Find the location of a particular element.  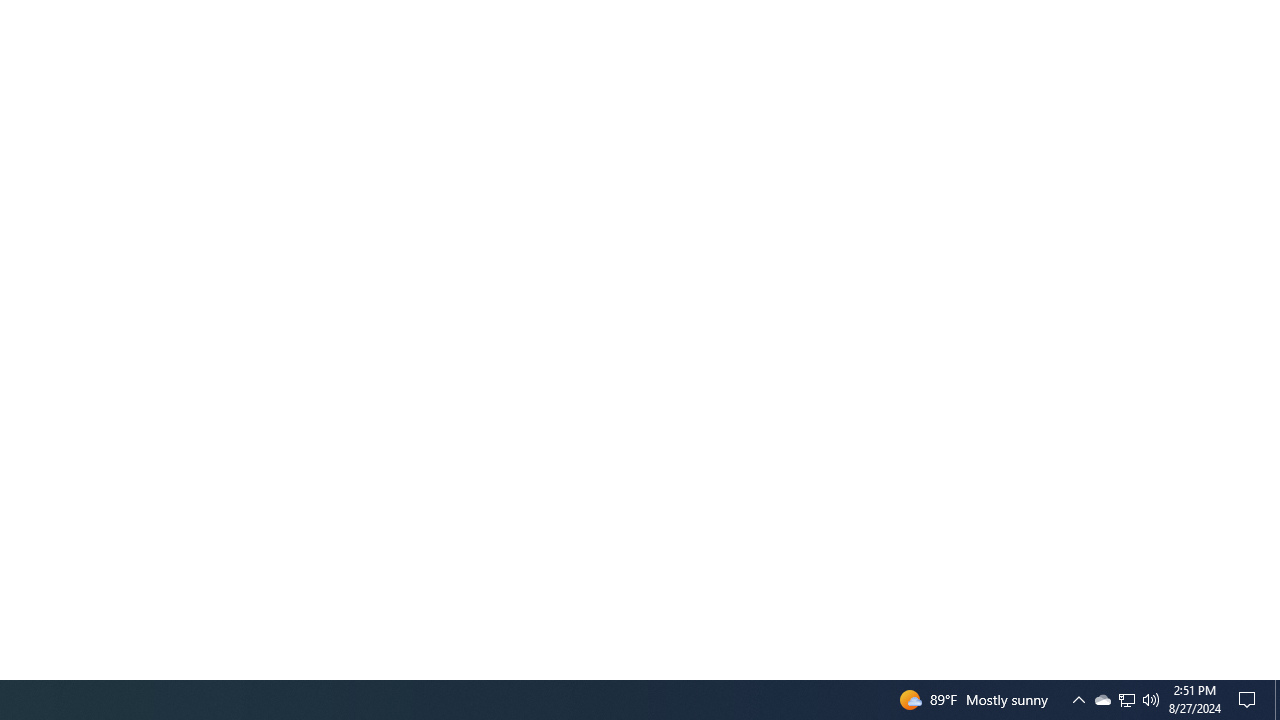

'Show desktop' is located at coordinates (1276, 698).